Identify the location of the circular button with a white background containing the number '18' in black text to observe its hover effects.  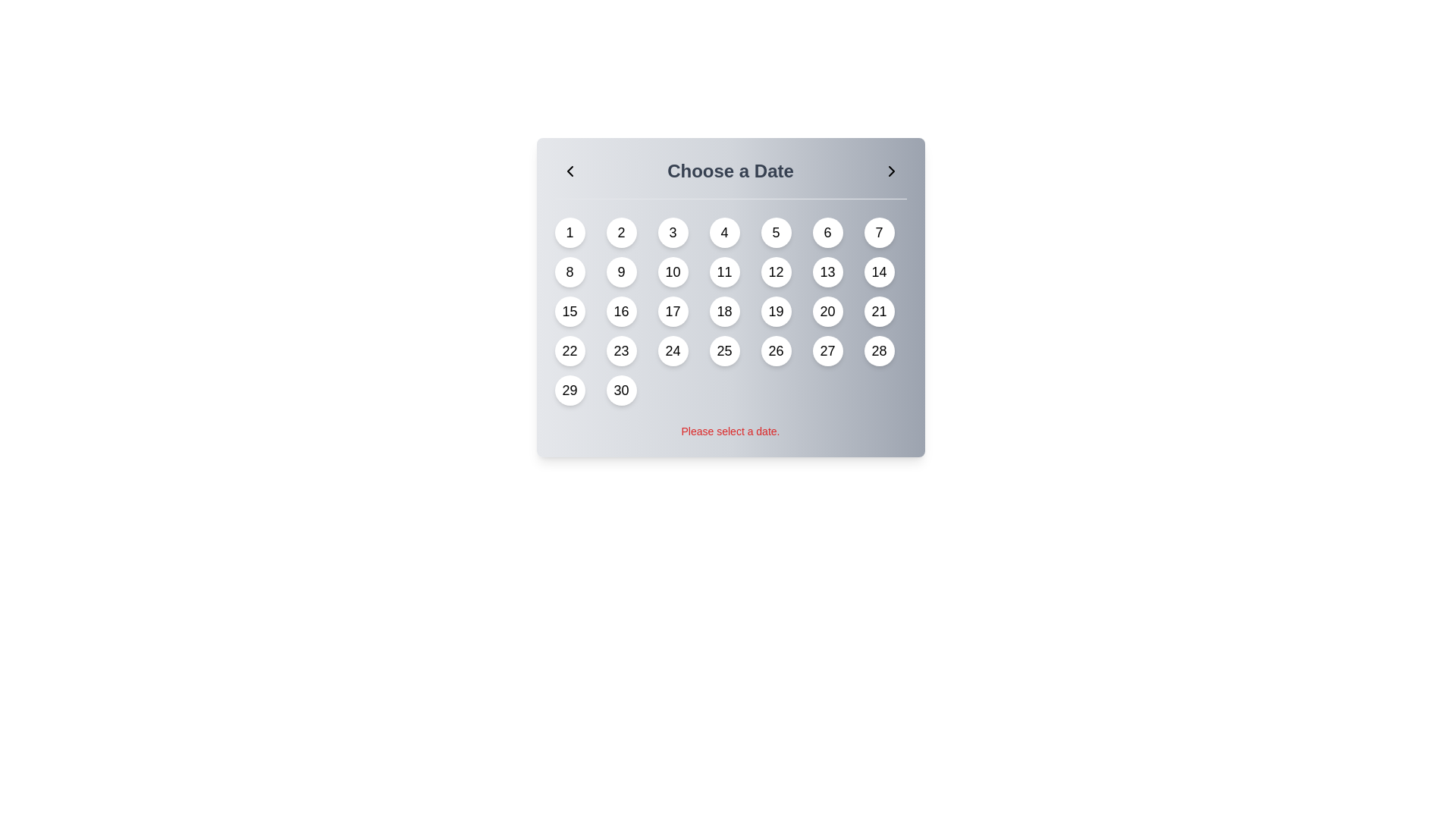
(723, 311).